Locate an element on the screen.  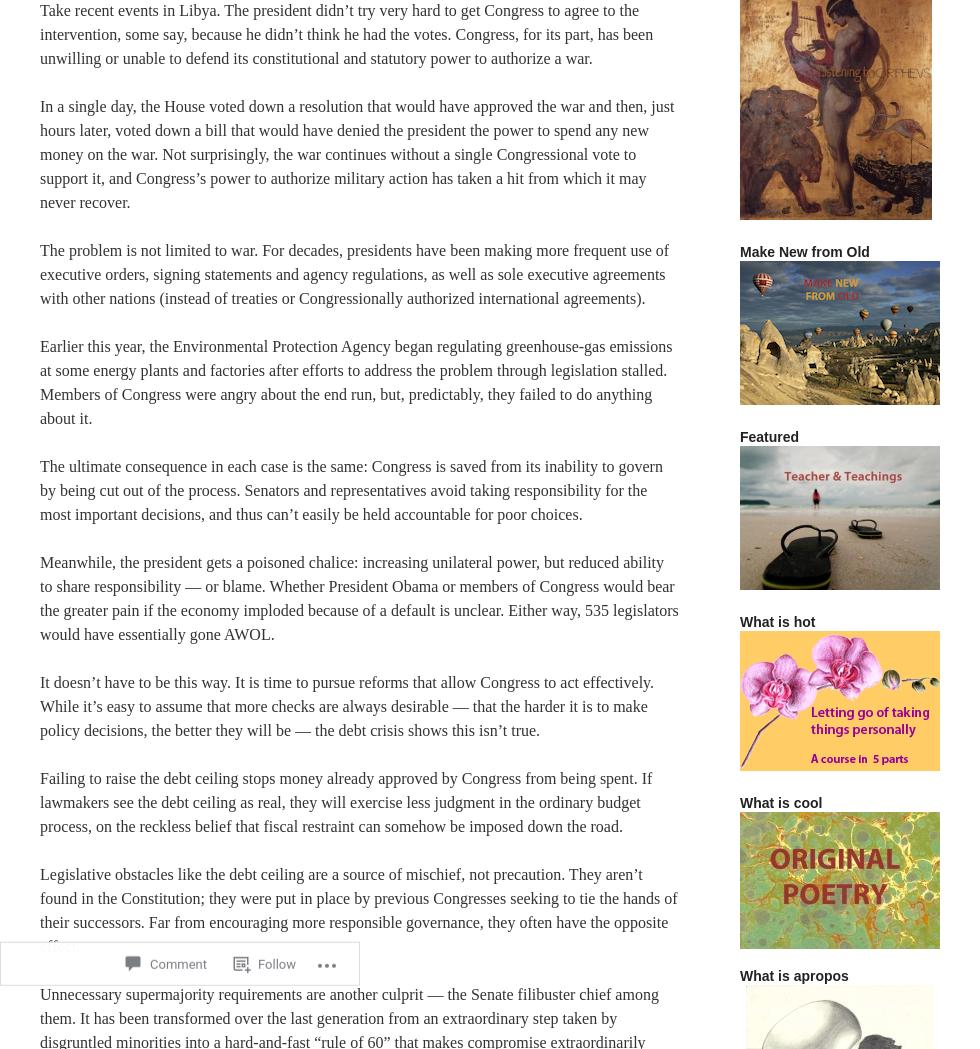
'The problem is not limited to war. For decades, presidents have been making more frequent use of executive orders, signing statements and agency regulations, as well as sole executive agreements with other nations (instead of treaties or Congressionally authorized international agreements).' is located at coordinates (354, 273).